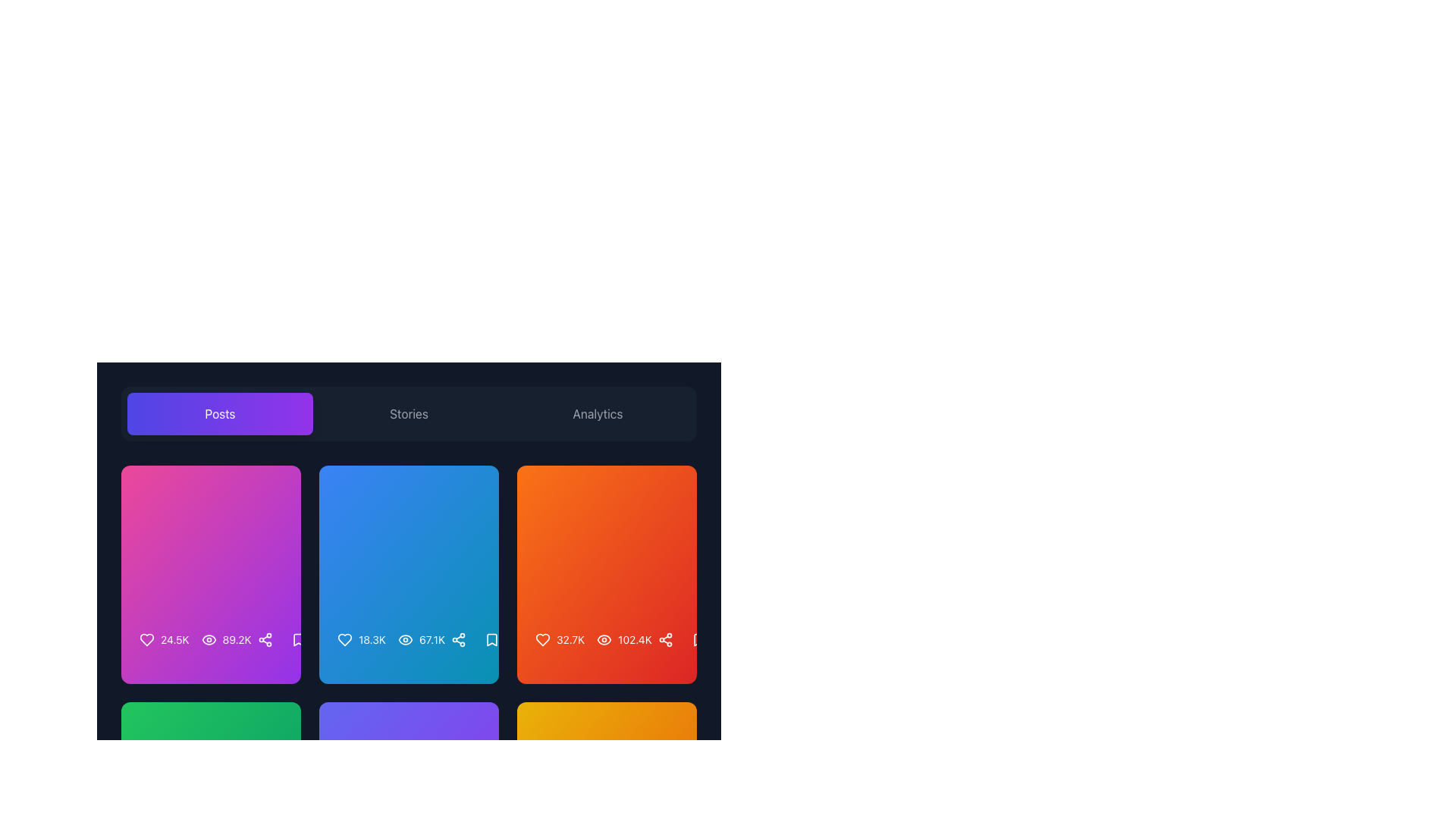  I want to click on the outer ellipse of the eye-shaped glyph in the SVG icon, which is part of a minimalistic design displayed within a UI component, so click(405, 640).